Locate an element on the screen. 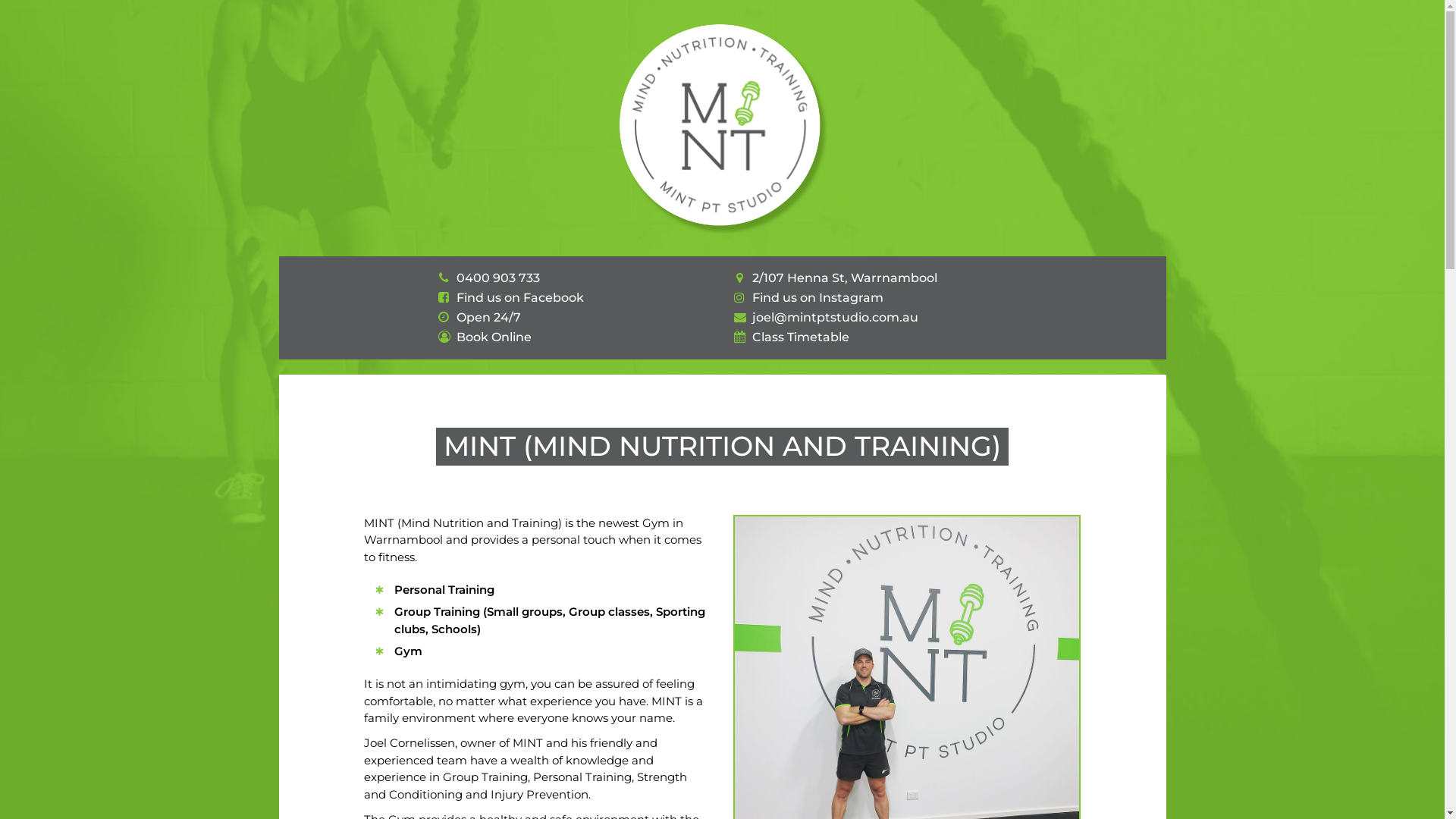 Image resolution: width=1456 pixels, height=819 pixels. 'Find us on Facebook' is located at coordinates (455, 297).